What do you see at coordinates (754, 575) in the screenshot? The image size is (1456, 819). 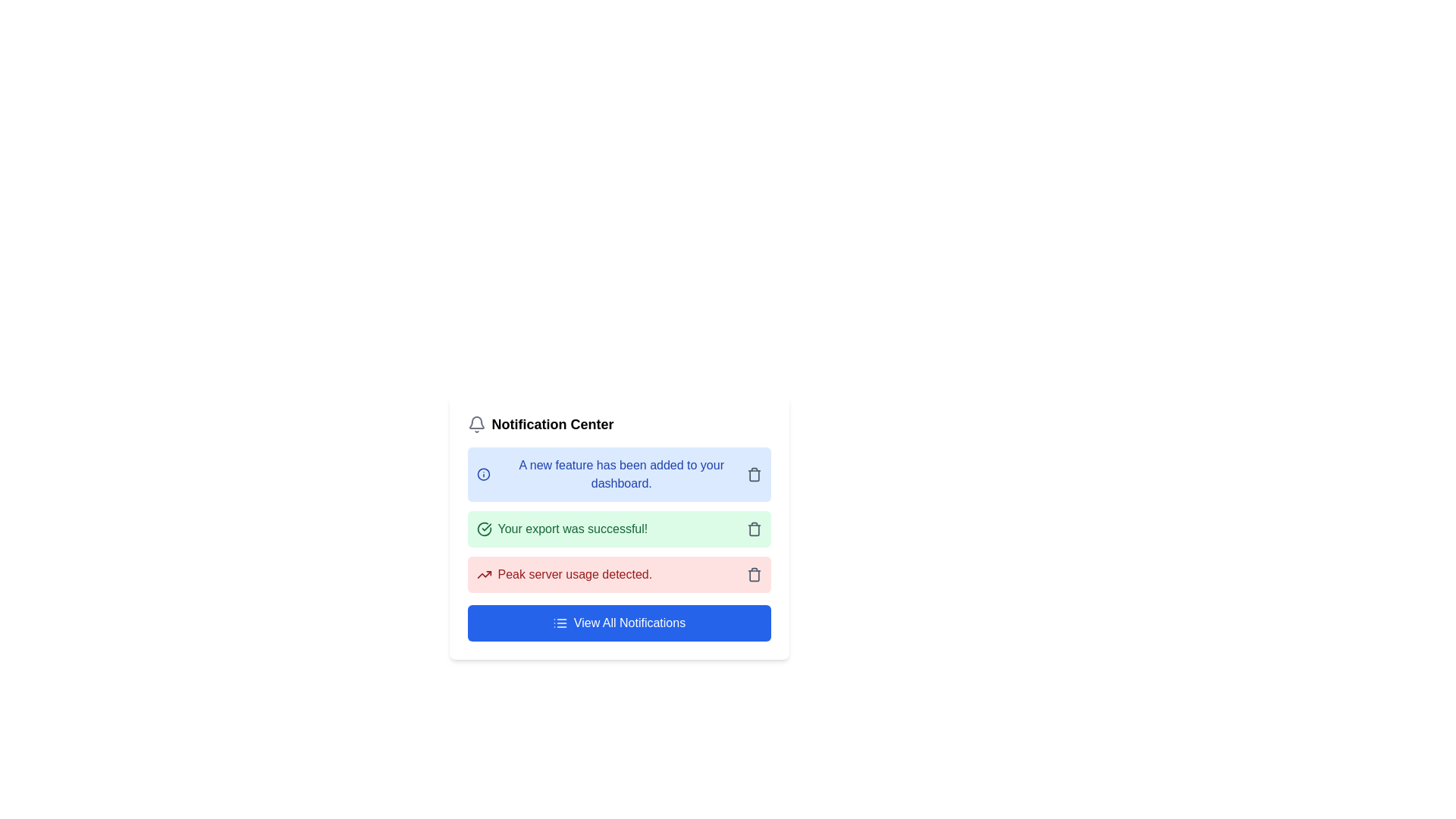 I see `the trash can icon button at the end of the notification bar labeled 'Peak server usage detected.' to see options` at bounding box center [754, 575].